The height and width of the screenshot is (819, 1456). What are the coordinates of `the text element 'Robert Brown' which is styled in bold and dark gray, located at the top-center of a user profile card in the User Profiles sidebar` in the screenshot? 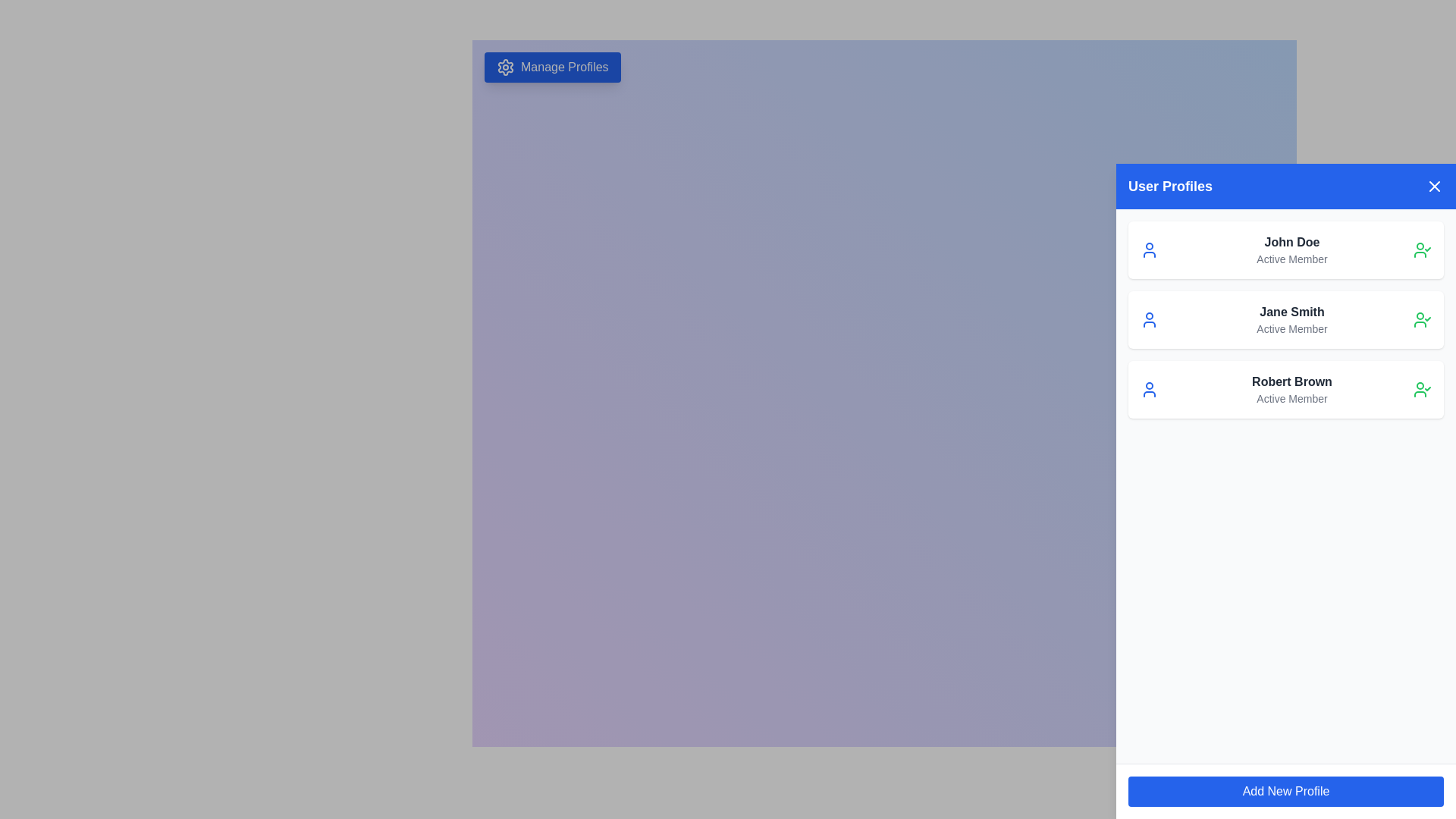 It's located at (1291, 381).